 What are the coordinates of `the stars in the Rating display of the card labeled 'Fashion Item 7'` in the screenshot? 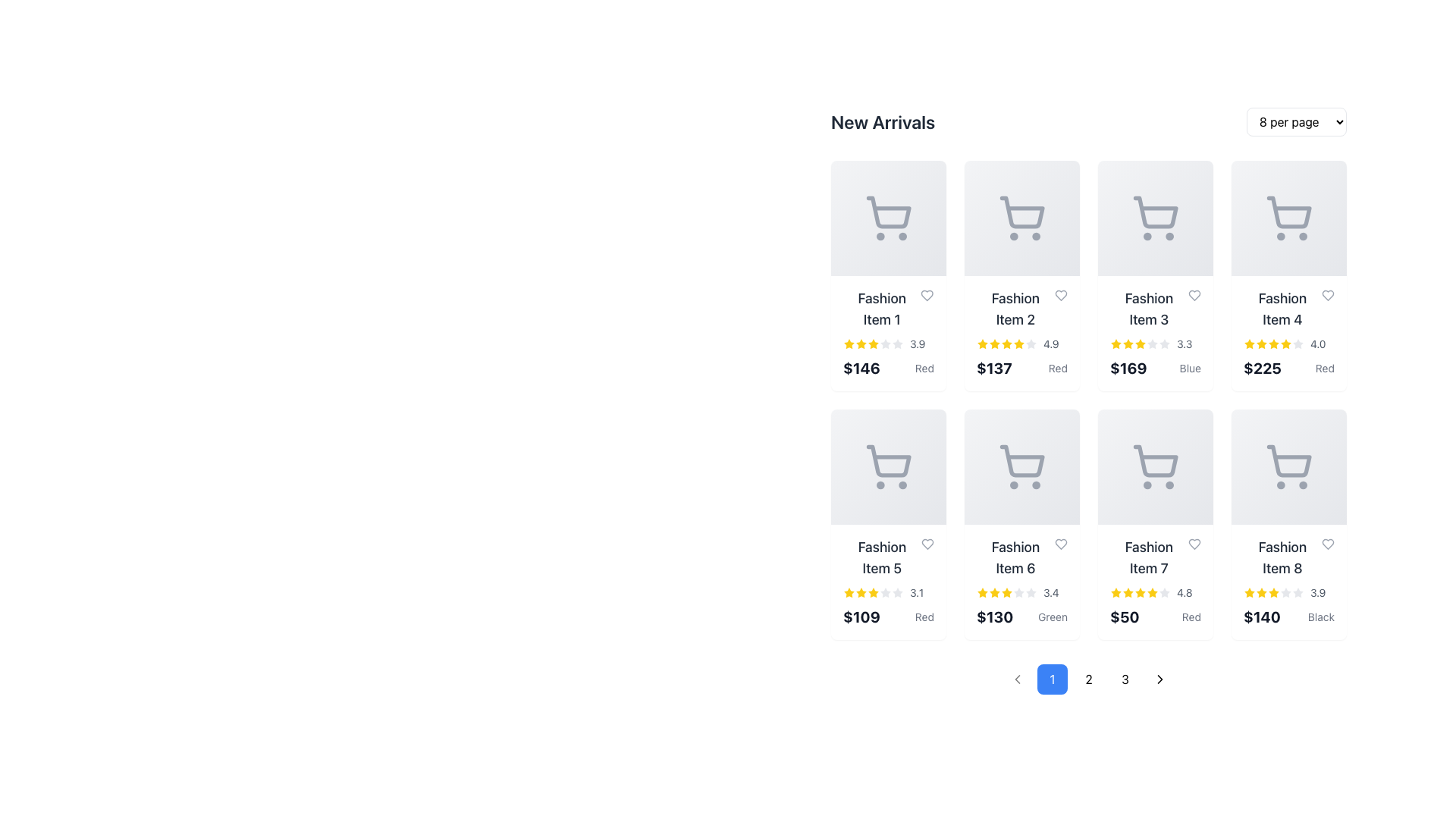 It's located at (1154, 592).